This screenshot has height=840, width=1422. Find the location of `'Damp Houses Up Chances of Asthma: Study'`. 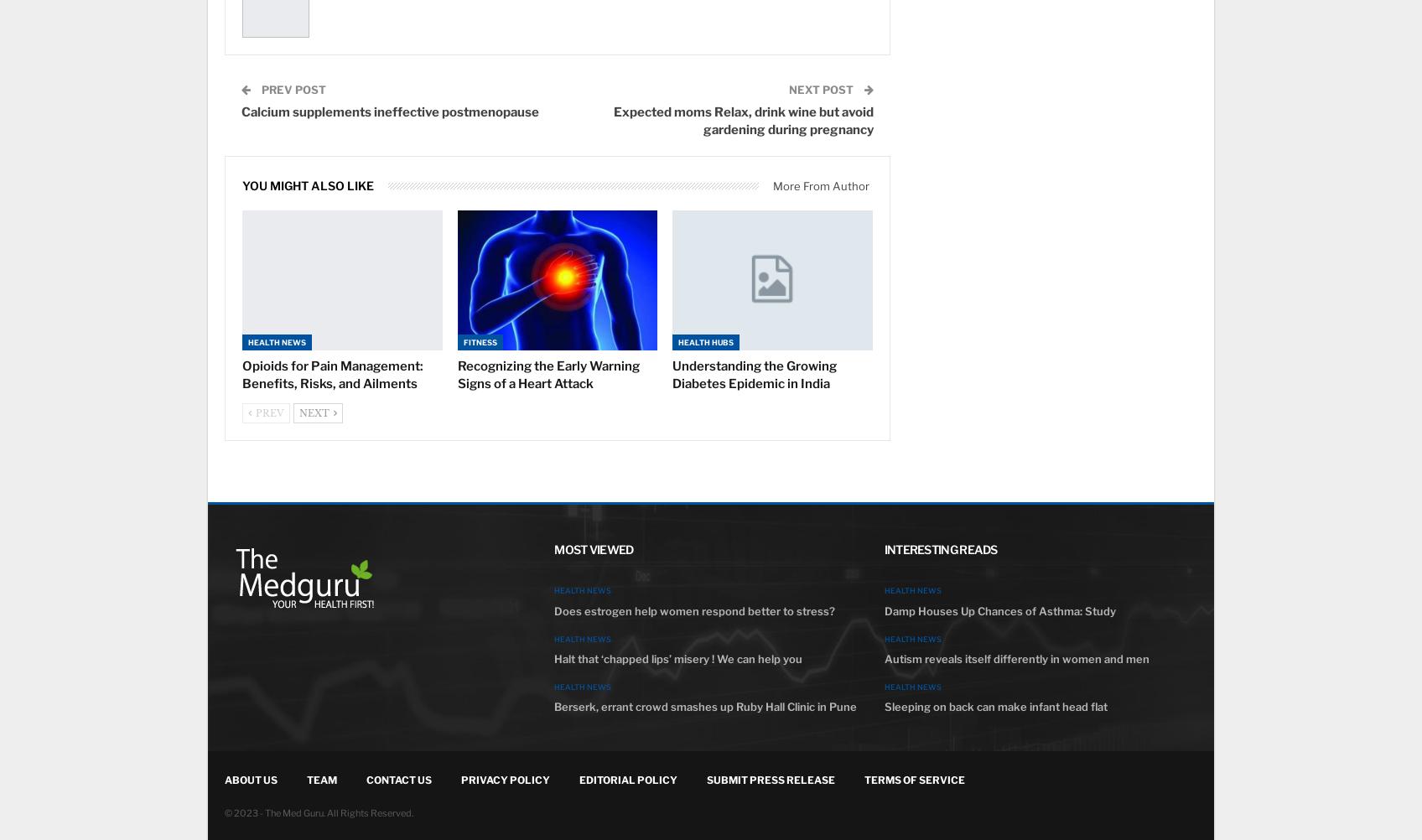

'Damp Houses Up Chances of Asthma: Study' is located at coordinates (999, 609).